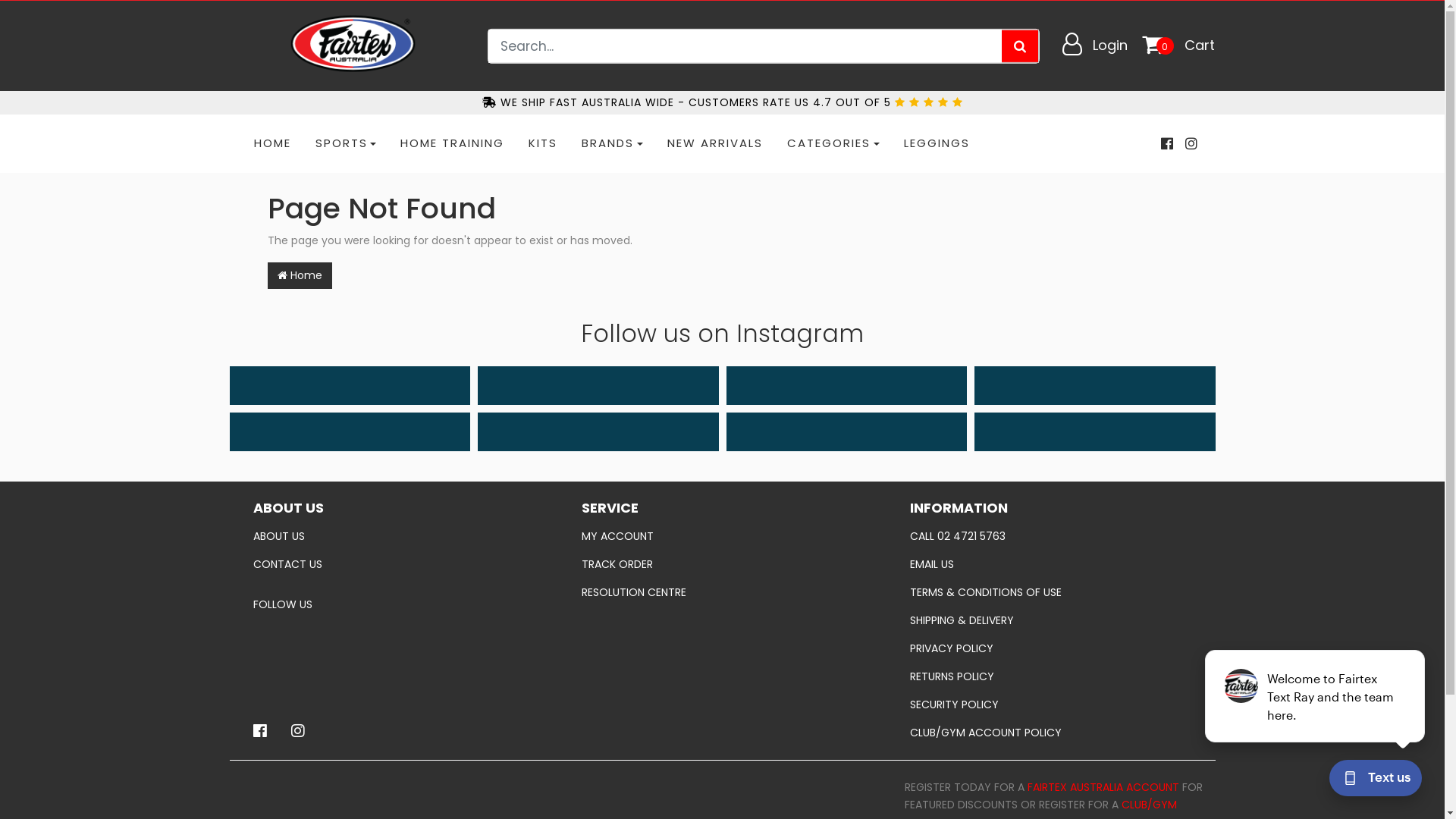 The image size is (1456, 819). What do you see at coordinates (1189, 143) in the screenshot?
I see `'Fairtex Australia on Instagram'` at bounding box center [1189, 143].